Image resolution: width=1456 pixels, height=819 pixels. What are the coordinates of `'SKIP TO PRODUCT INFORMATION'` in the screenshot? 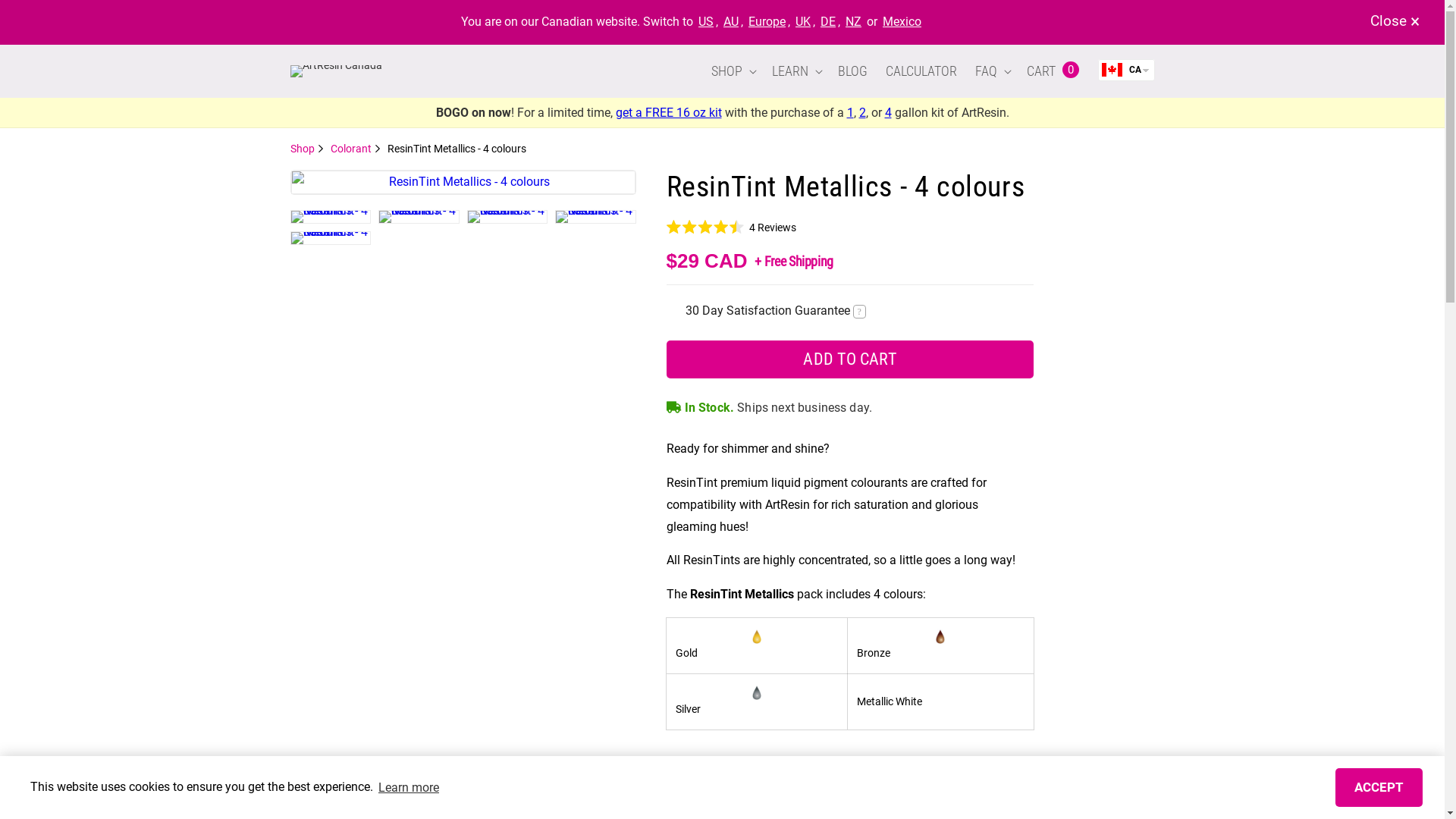 It's located at (301, 177).